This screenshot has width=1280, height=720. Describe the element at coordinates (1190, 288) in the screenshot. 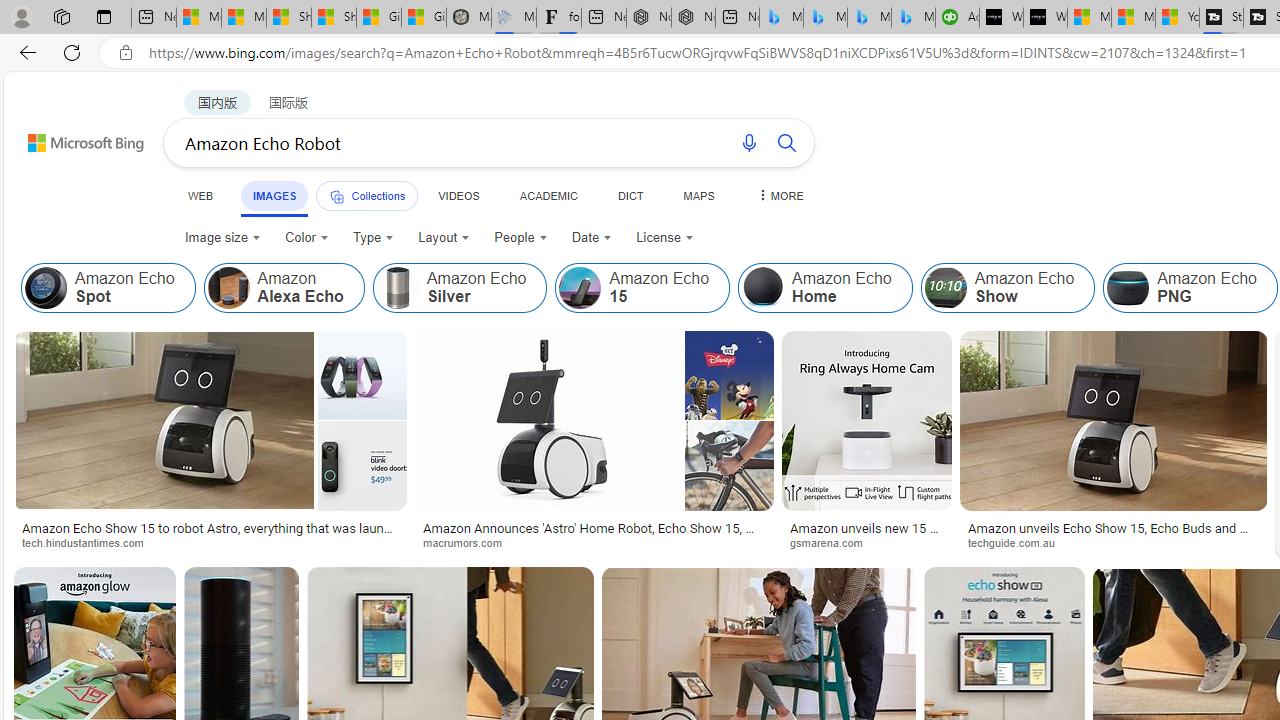

I see `'Amazon Echo PNG'` at that location.